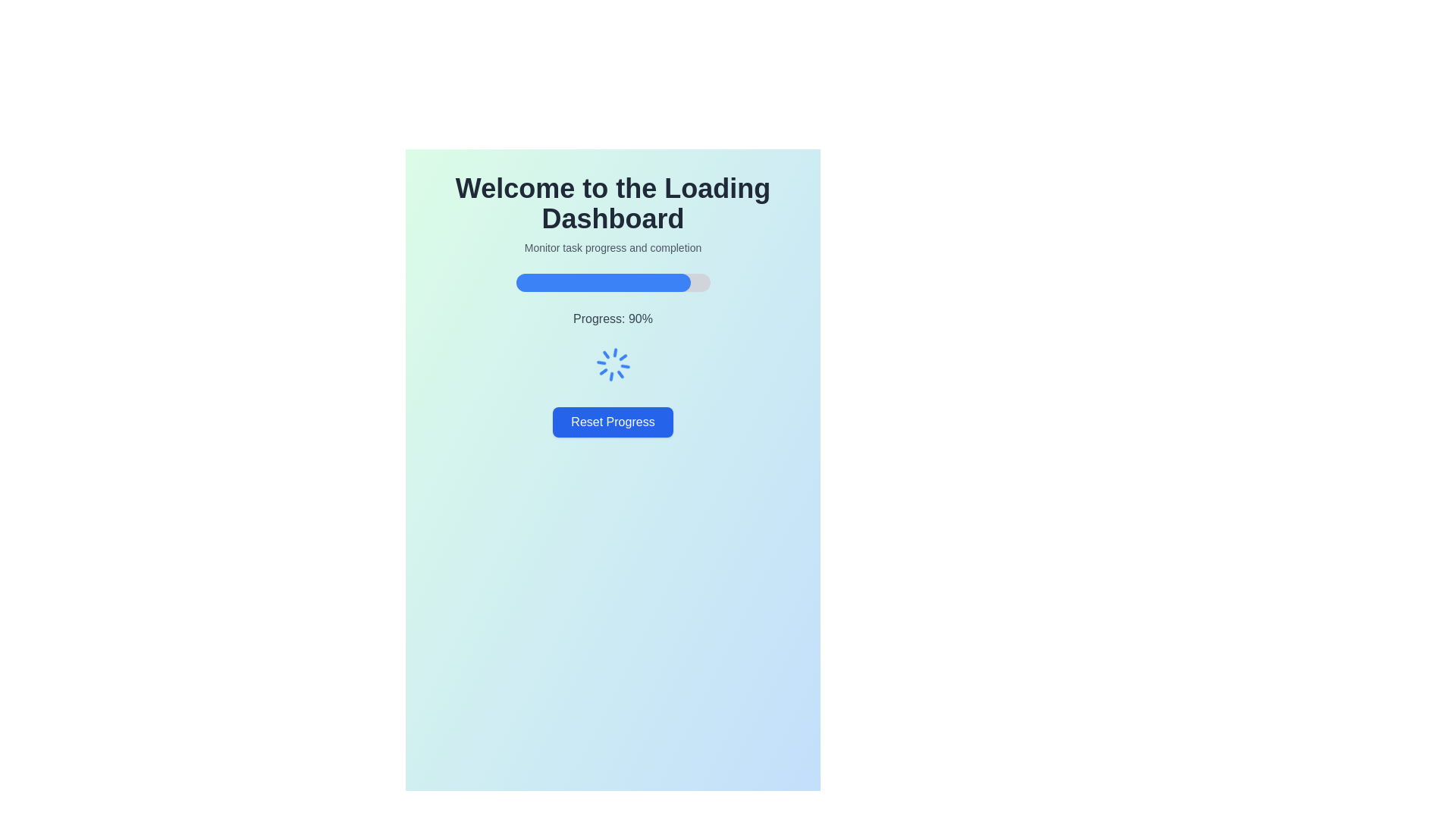 The image size is (1456, 819). What do you see at coordinates (613, 214) in the screenshot?
I see `text from the Text block located centrally at the top section of the dashboard interface, which serves as the title and brief description` at bounding box center [613, 214].